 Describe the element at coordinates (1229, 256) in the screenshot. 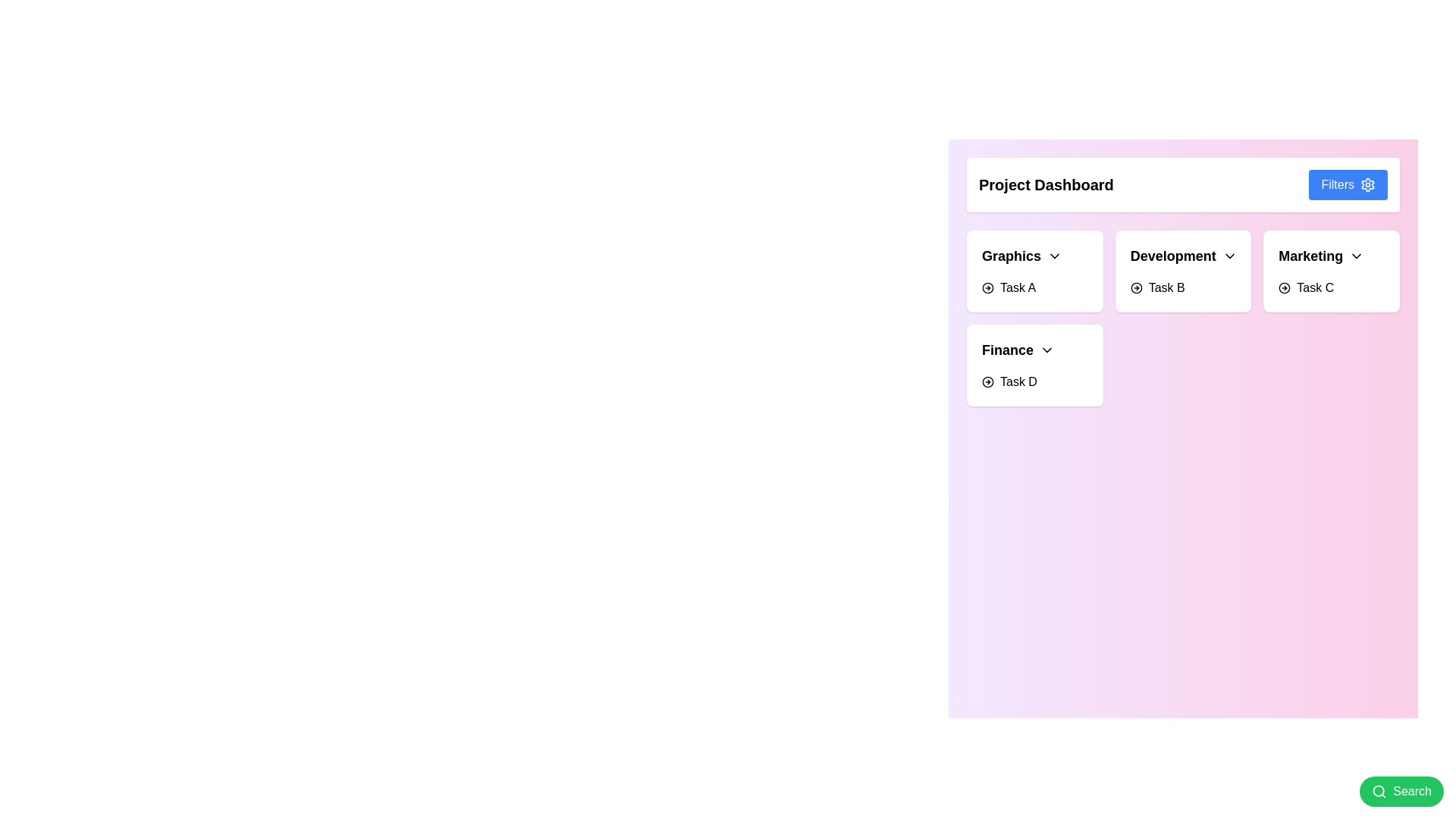

I see `the dropdown toggle icon located to the right of the 'Development' text` at that location.